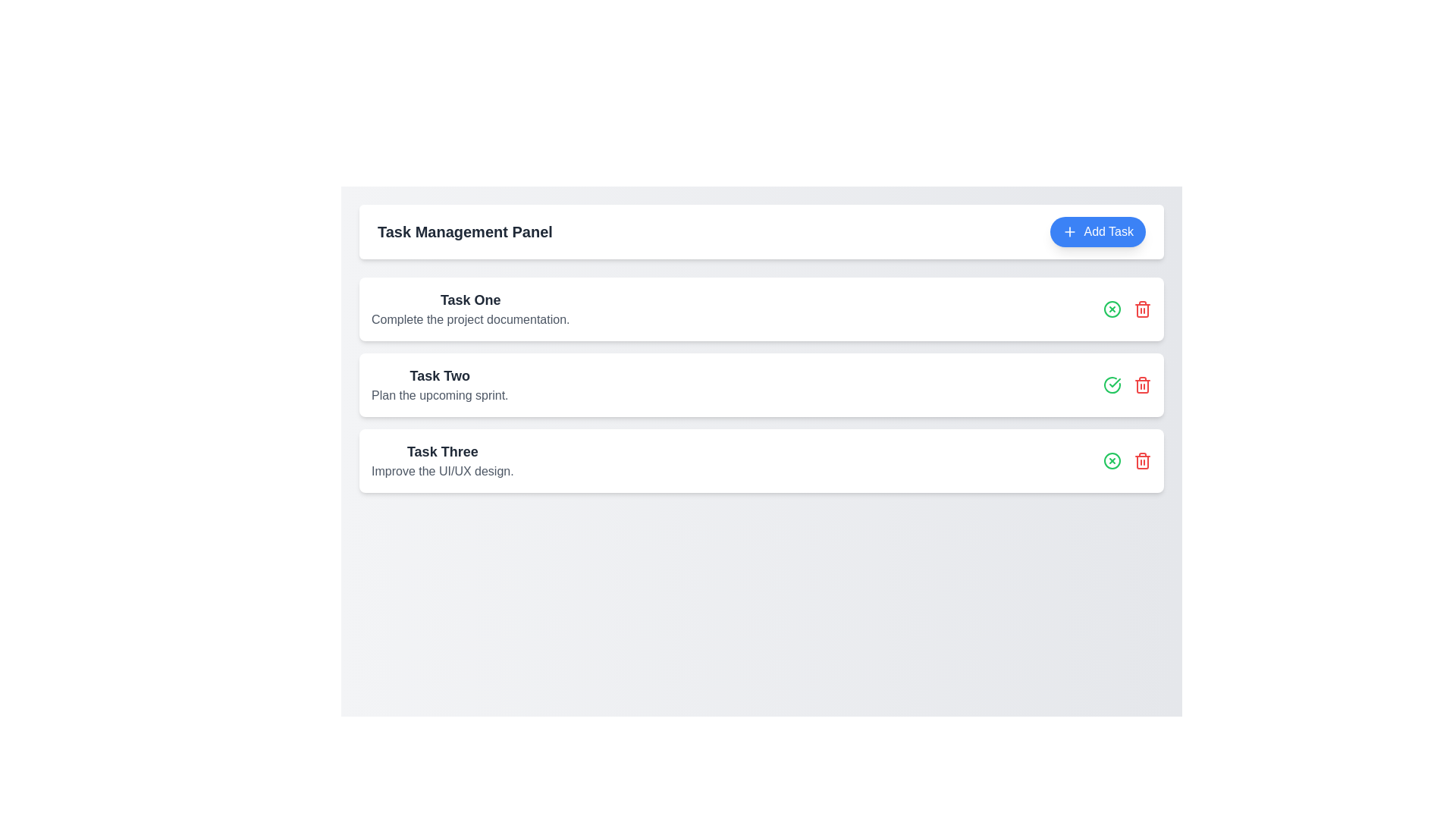 This screenshot has height=819, width=1456. Describe the element at coordinates (1115, 382) in the screenshot. I see `the checkmark icon in the third task row to mark the task as complete` at that location.